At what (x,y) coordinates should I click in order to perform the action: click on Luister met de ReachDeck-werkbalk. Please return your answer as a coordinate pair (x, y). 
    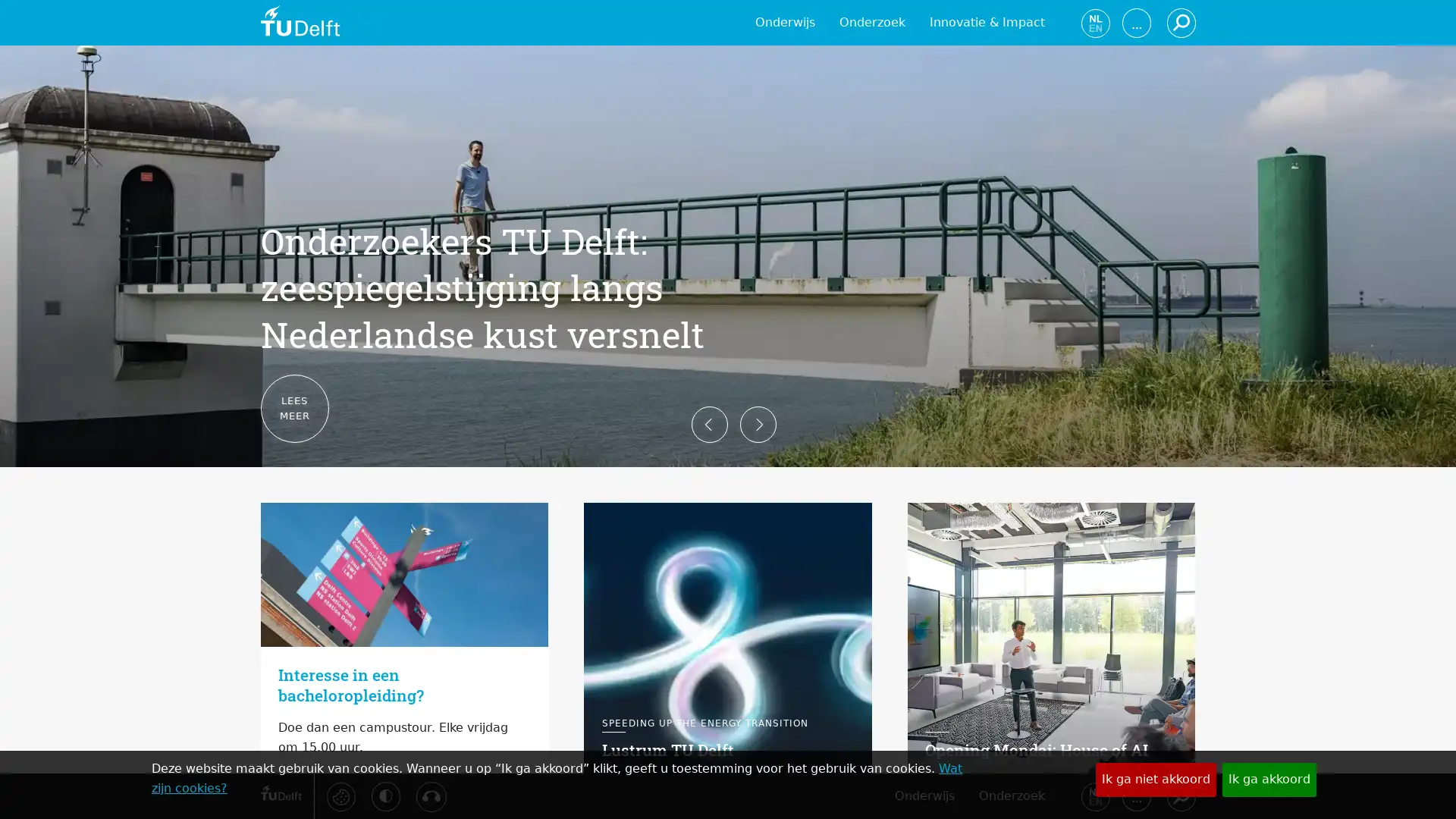
    Looking at the image, I should click on (429, 795).